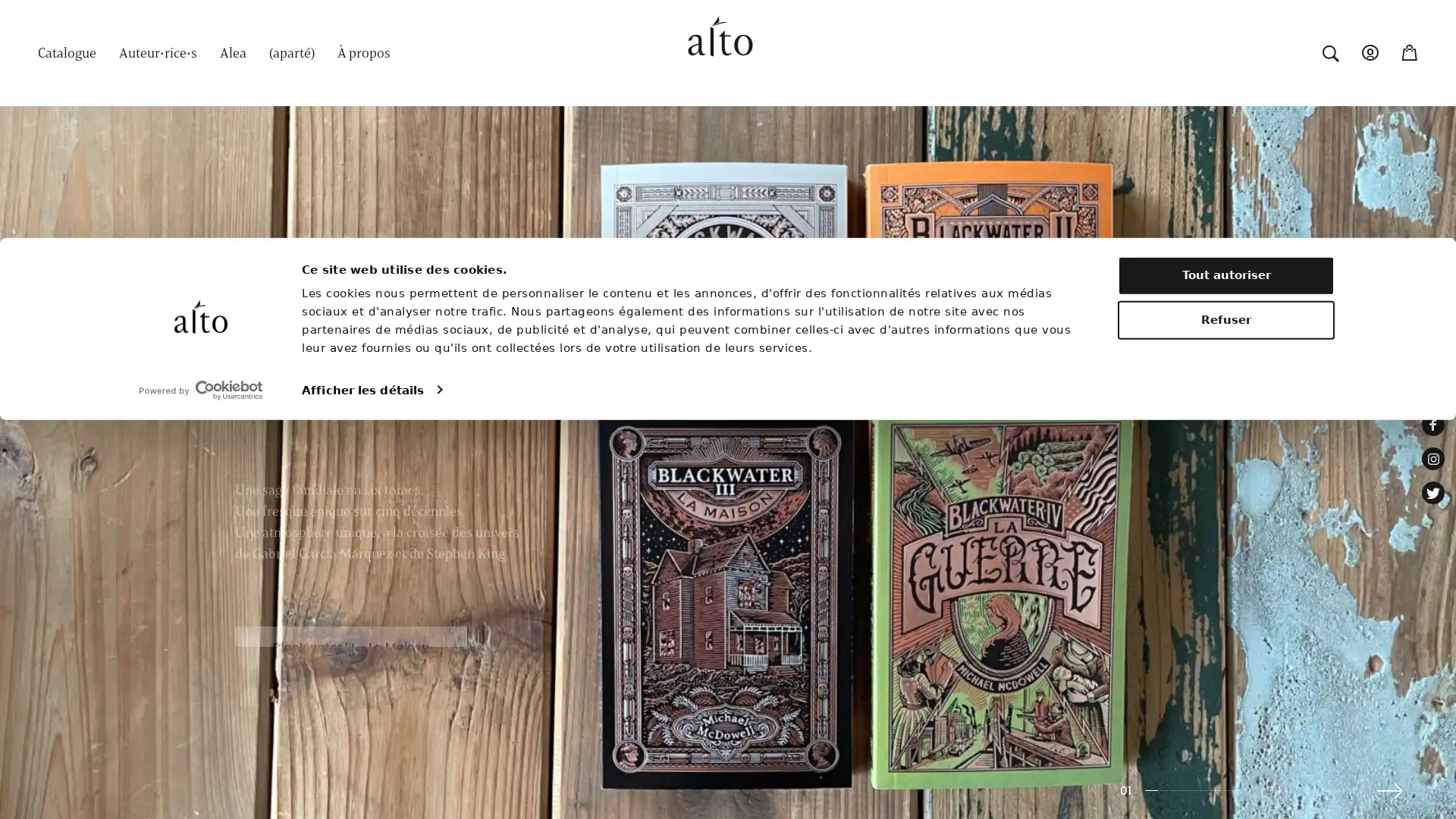 Image resolution: width=1456 pixels, height=819 pixels. What do you see at coordinates (291, 52) in the screenshot?
I see `(aparte)` at bounding box center [291, 52].